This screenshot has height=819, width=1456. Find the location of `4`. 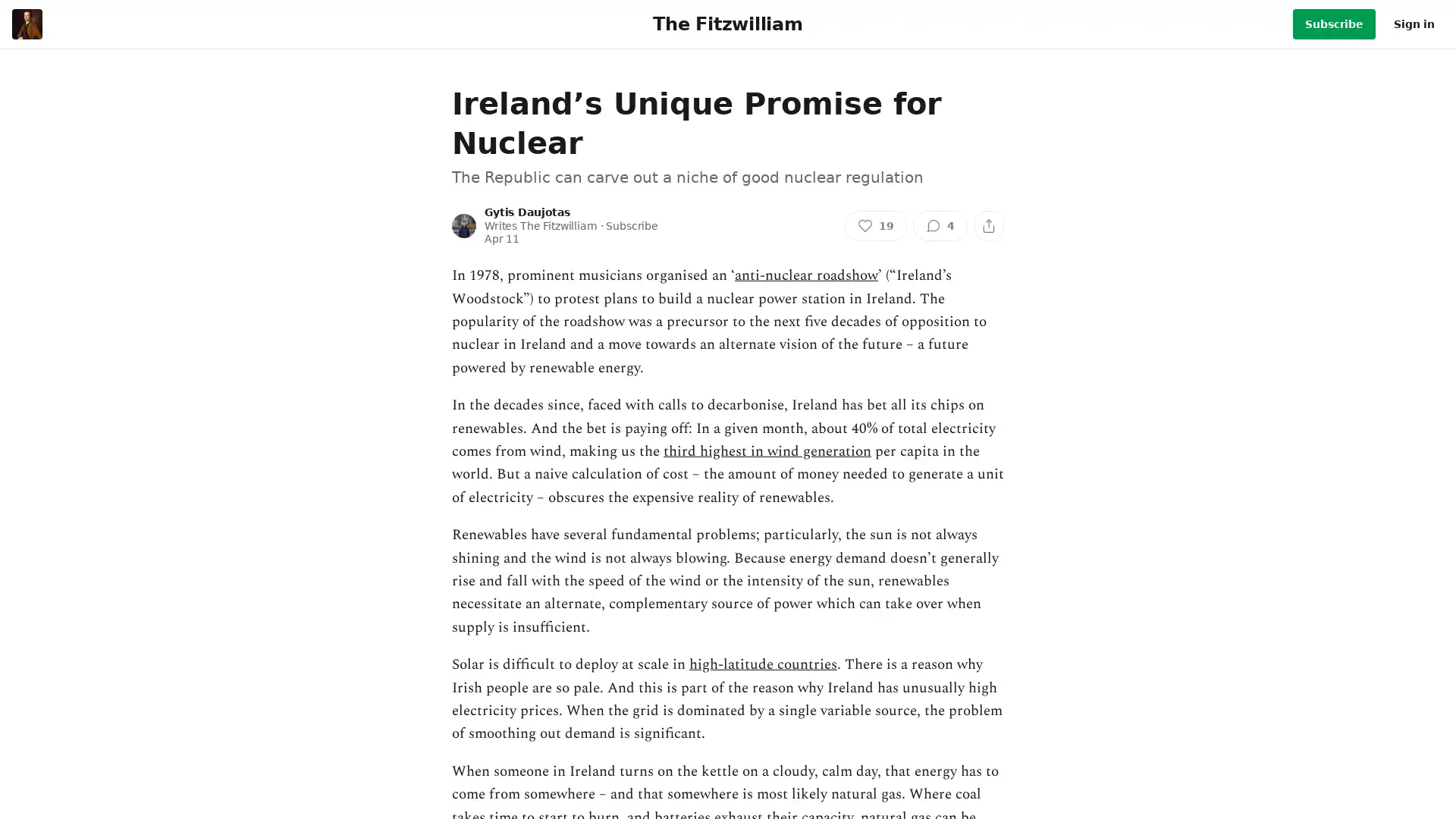

4 is located at coordinates (939, 225).